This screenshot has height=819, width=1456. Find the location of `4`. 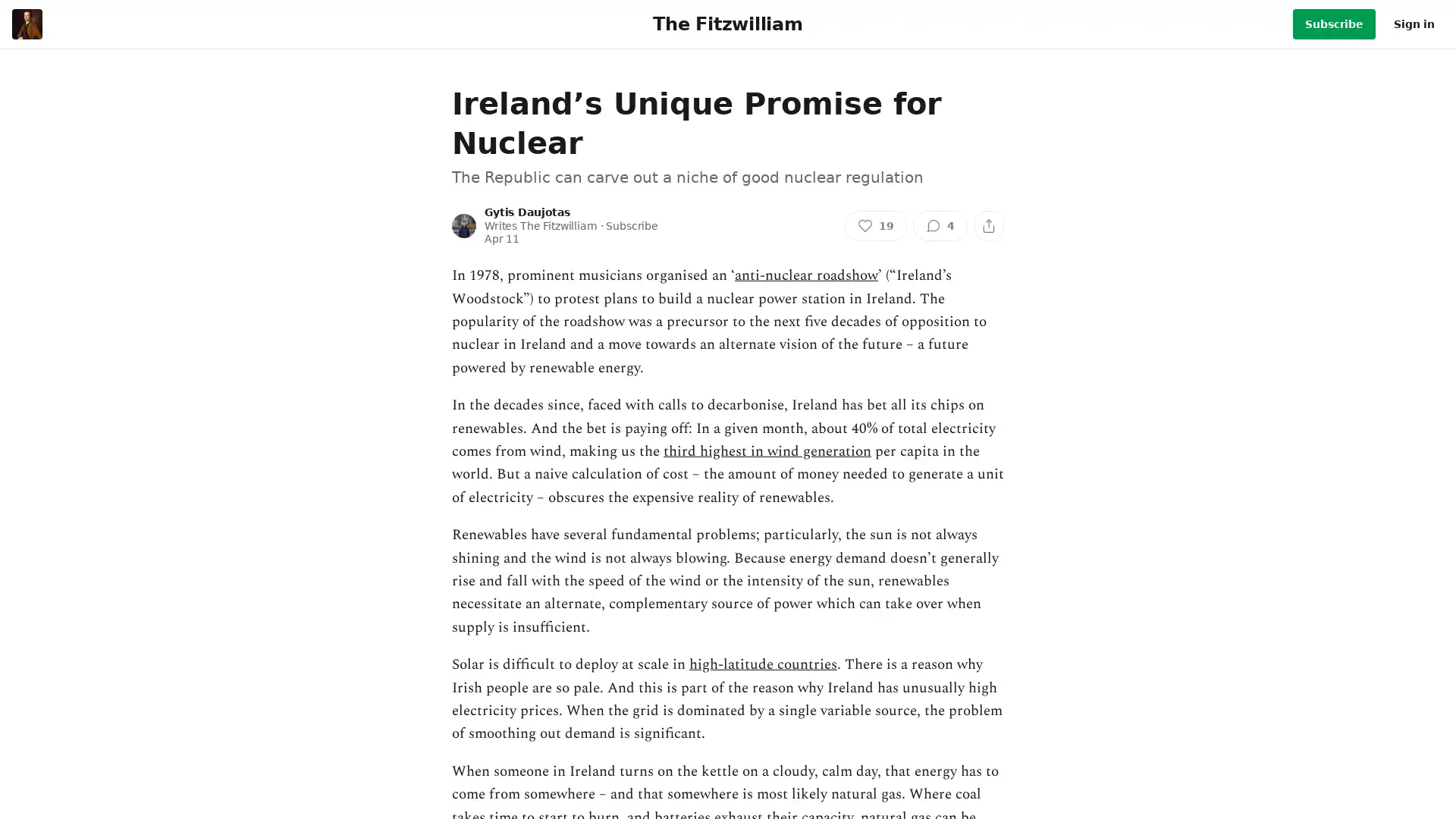

4 is located at coordinates (939, 225).